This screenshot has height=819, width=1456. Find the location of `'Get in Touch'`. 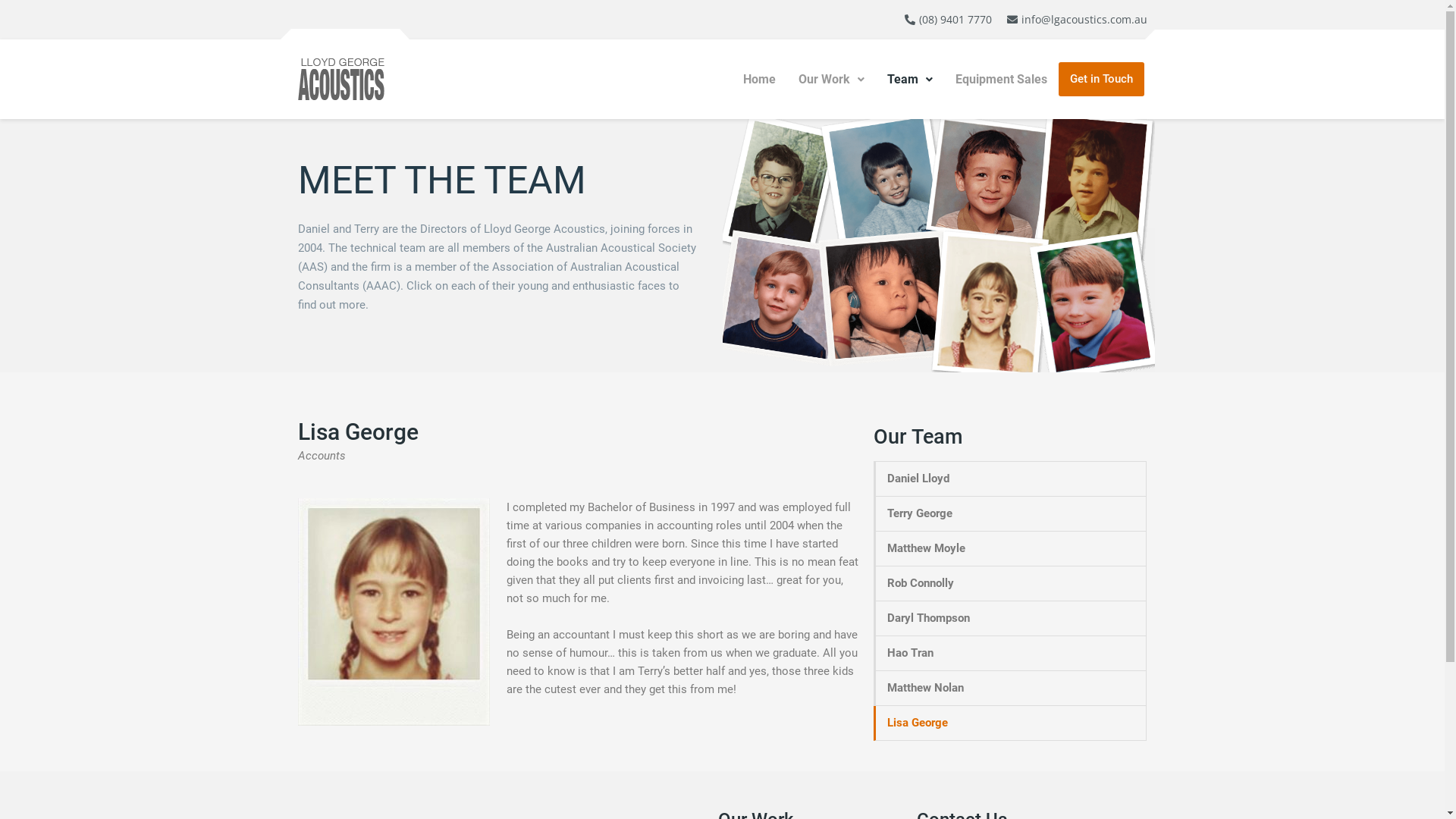

'Get in Touch' is located at coordinates (1101, 79).